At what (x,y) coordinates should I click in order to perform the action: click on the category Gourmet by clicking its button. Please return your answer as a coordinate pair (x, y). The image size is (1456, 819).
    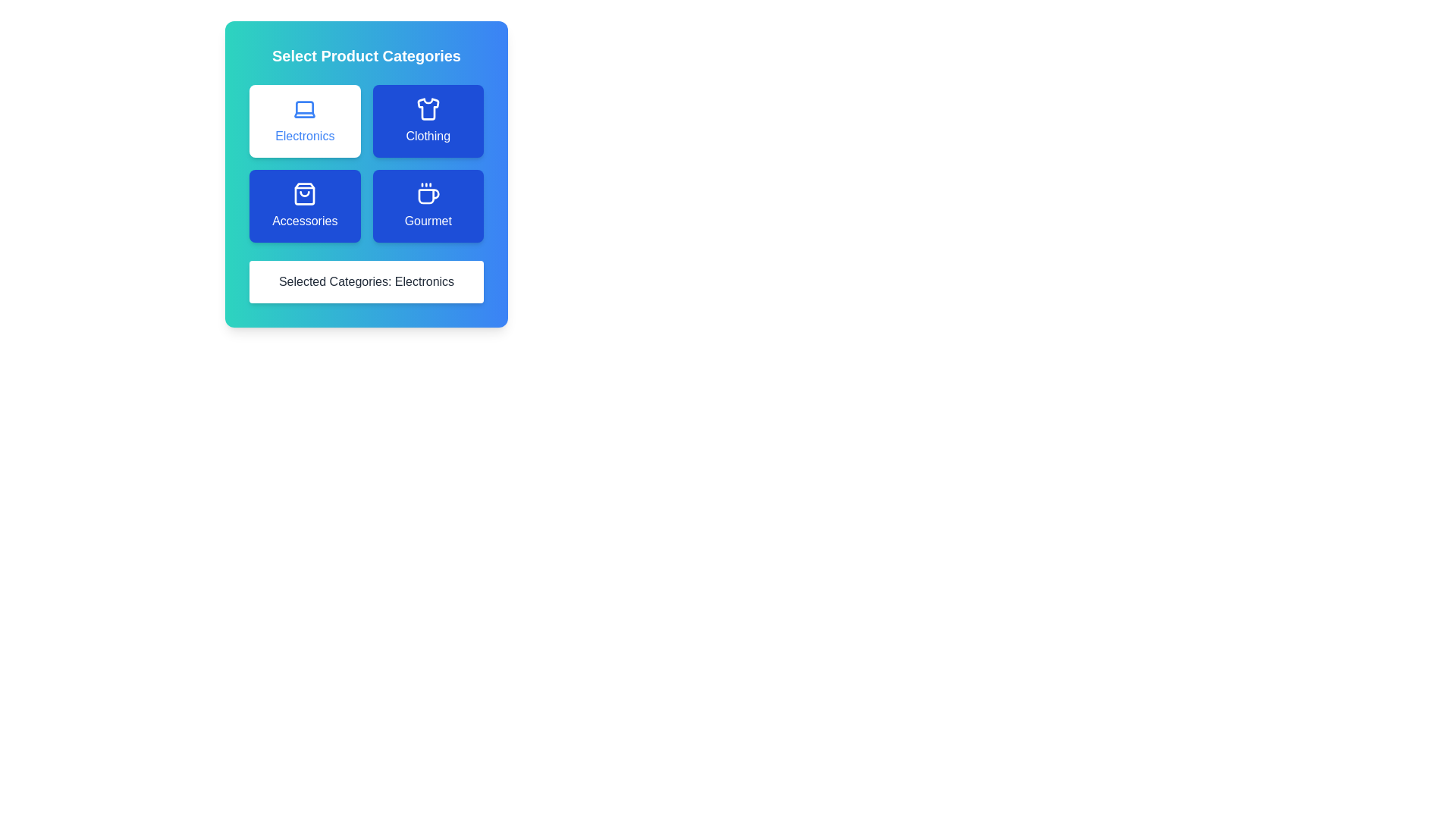
    Looking at the image, I should click on (427, 206).